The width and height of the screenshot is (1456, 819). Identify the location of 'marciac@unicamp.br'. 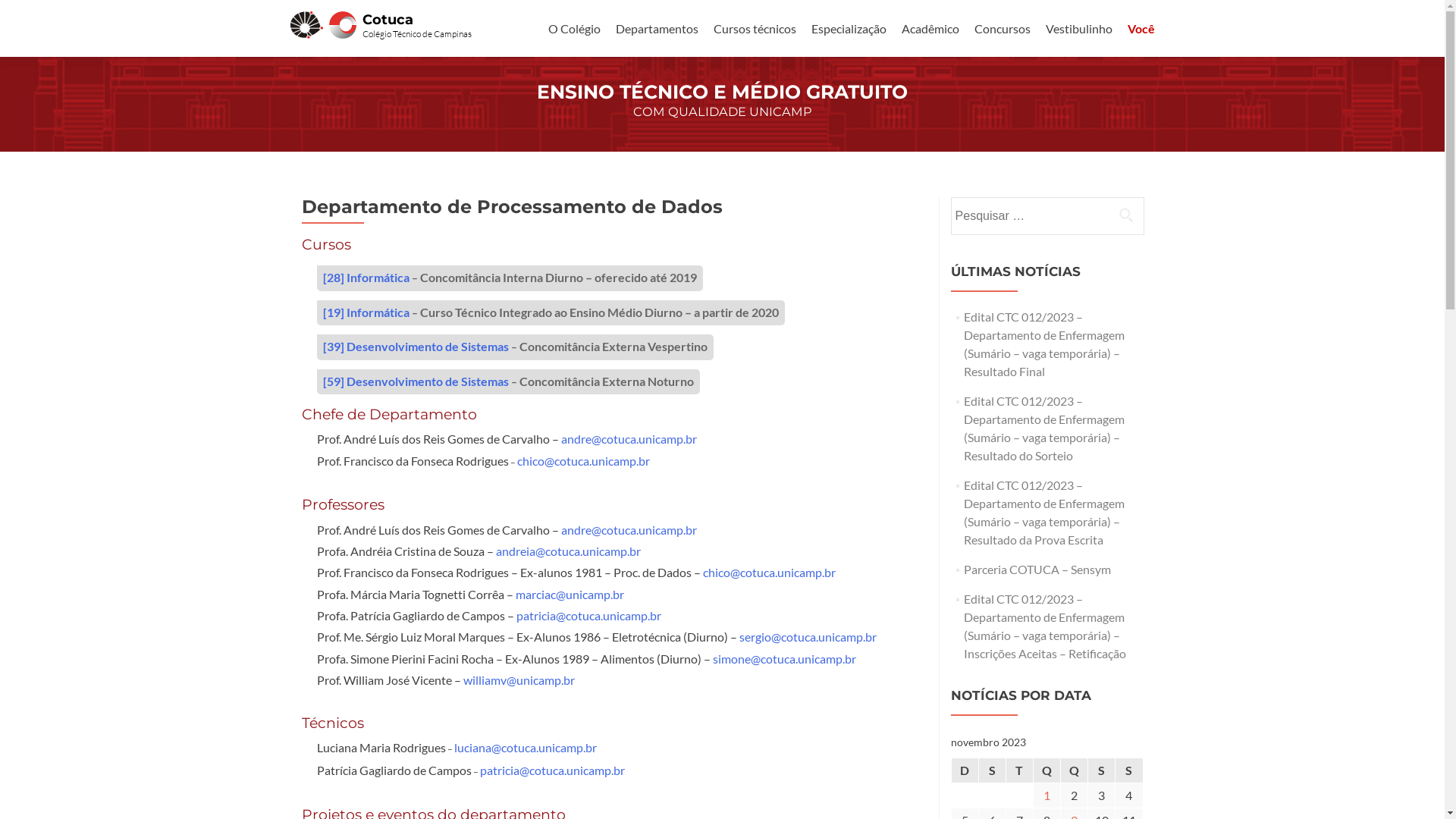
(569, 593).